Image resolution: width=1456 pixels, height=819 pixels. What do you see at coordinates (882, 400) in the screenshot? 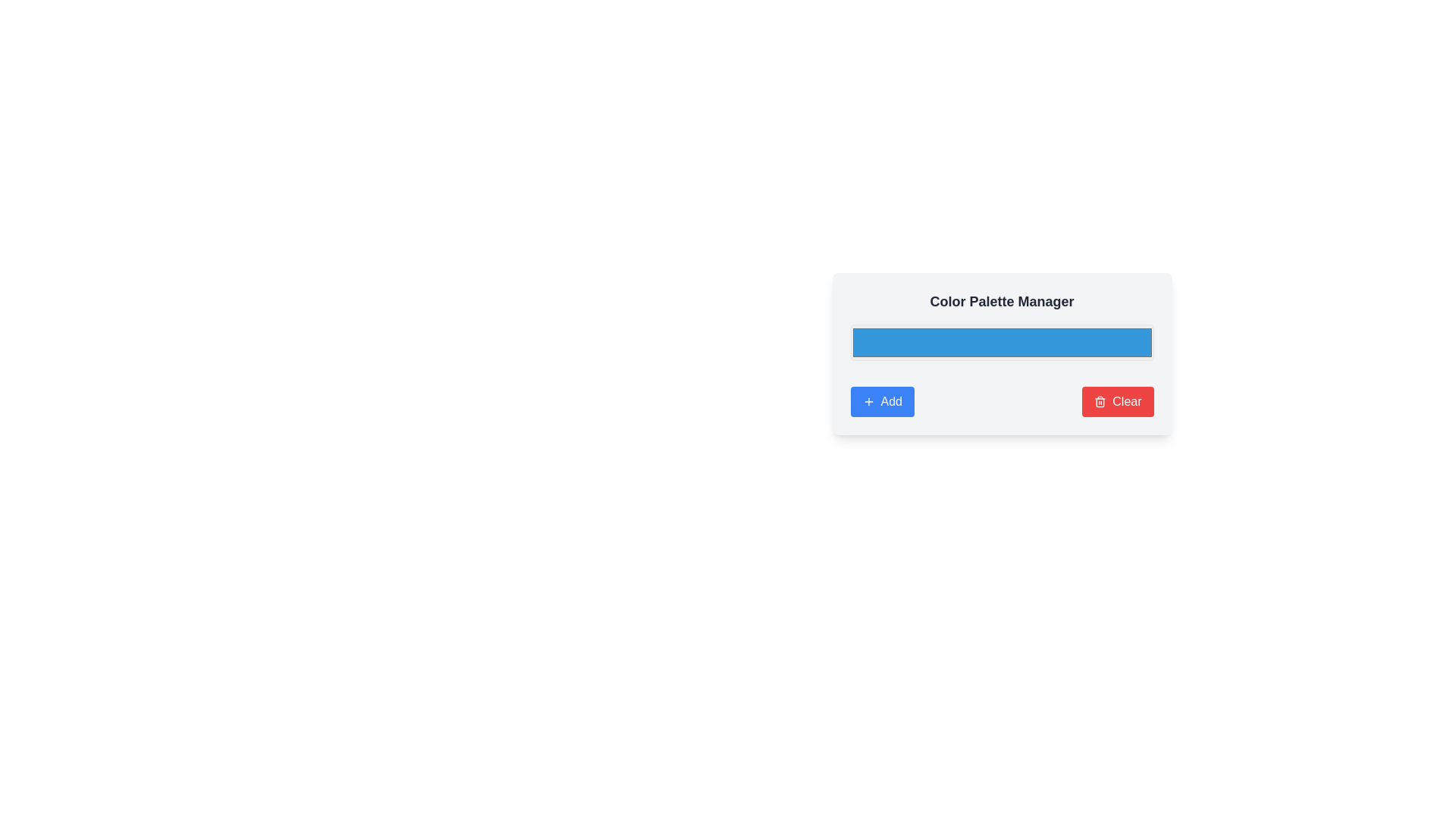
I see `the 'Add' button located in the bottom-left portion of the 'Color Palette Manager' section` at bounding box center [882, 400].